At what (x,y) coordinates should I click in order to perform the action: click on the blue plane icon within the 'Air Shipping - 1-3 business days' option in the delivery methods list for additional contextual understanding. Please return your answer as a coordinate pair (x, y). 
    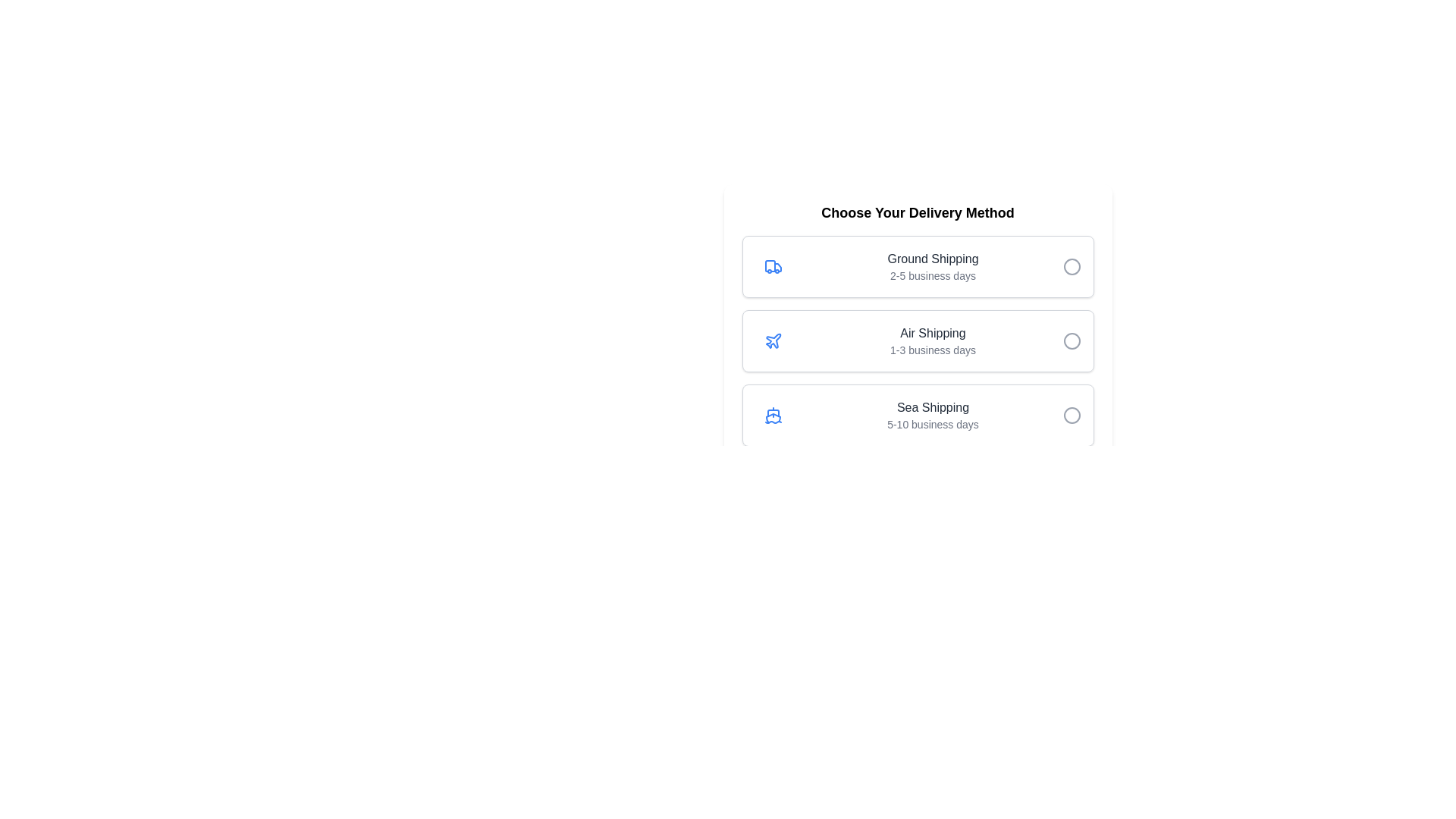
    Looking at the image, I should click on (773, 341).